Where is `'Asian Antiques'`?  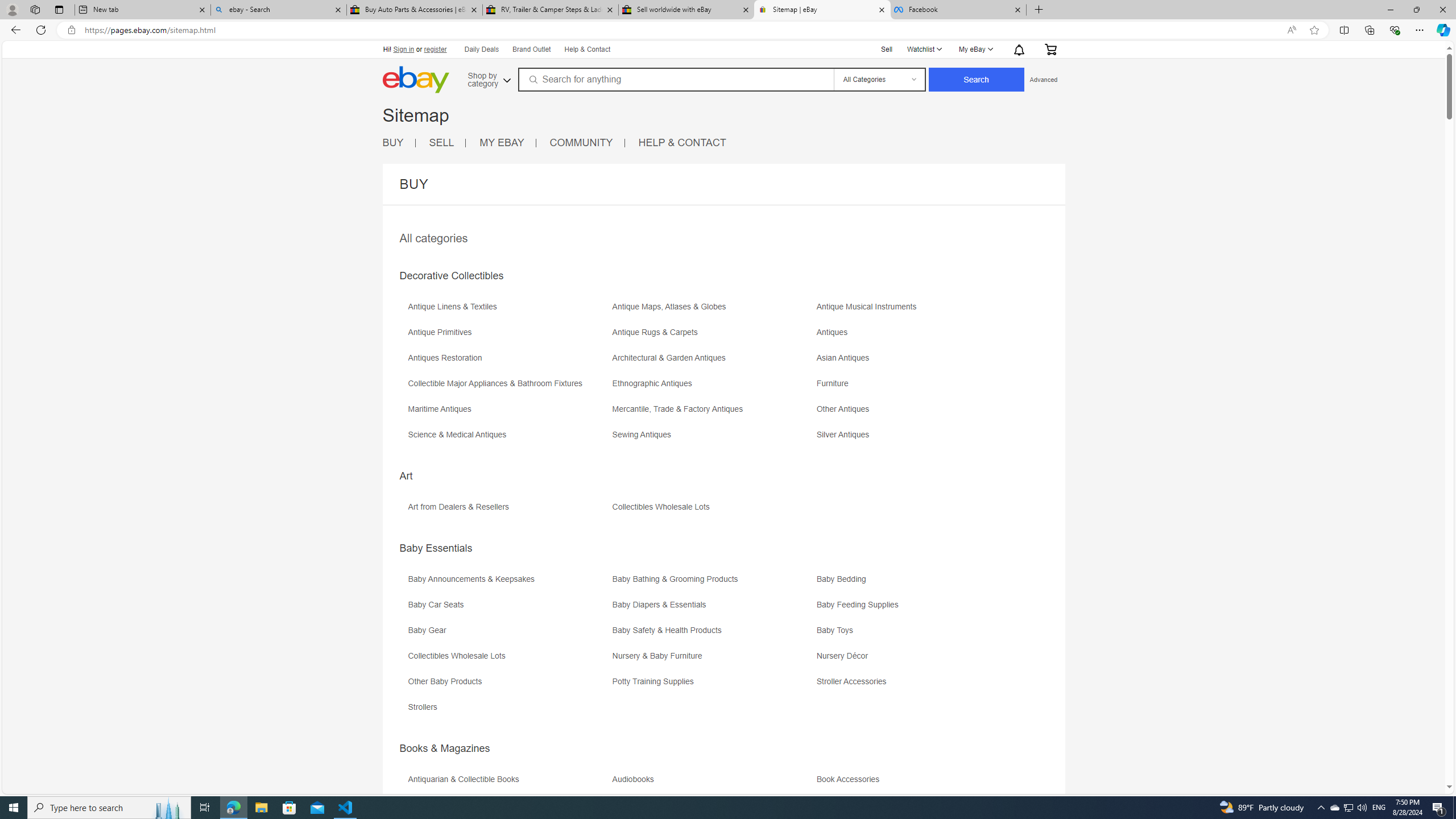 'Asian Antiques' is located at coordinates (918, 361).